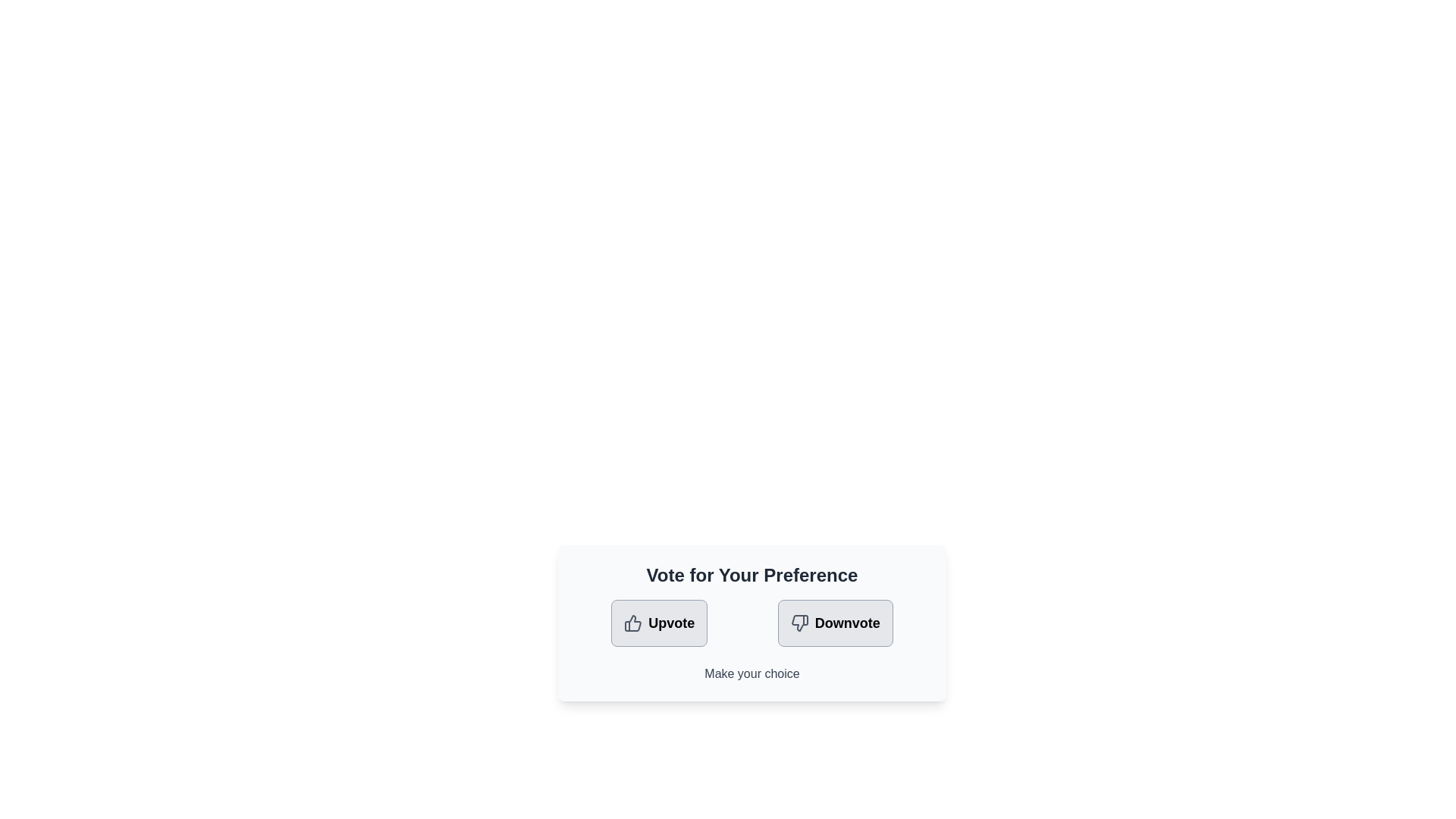  Describe the element at coordinates (633, 623) in the screenshot. I see `the thumbs-up icon associated with the 'Upvote' button, which is located on the left side of the two-button layout` at that location.